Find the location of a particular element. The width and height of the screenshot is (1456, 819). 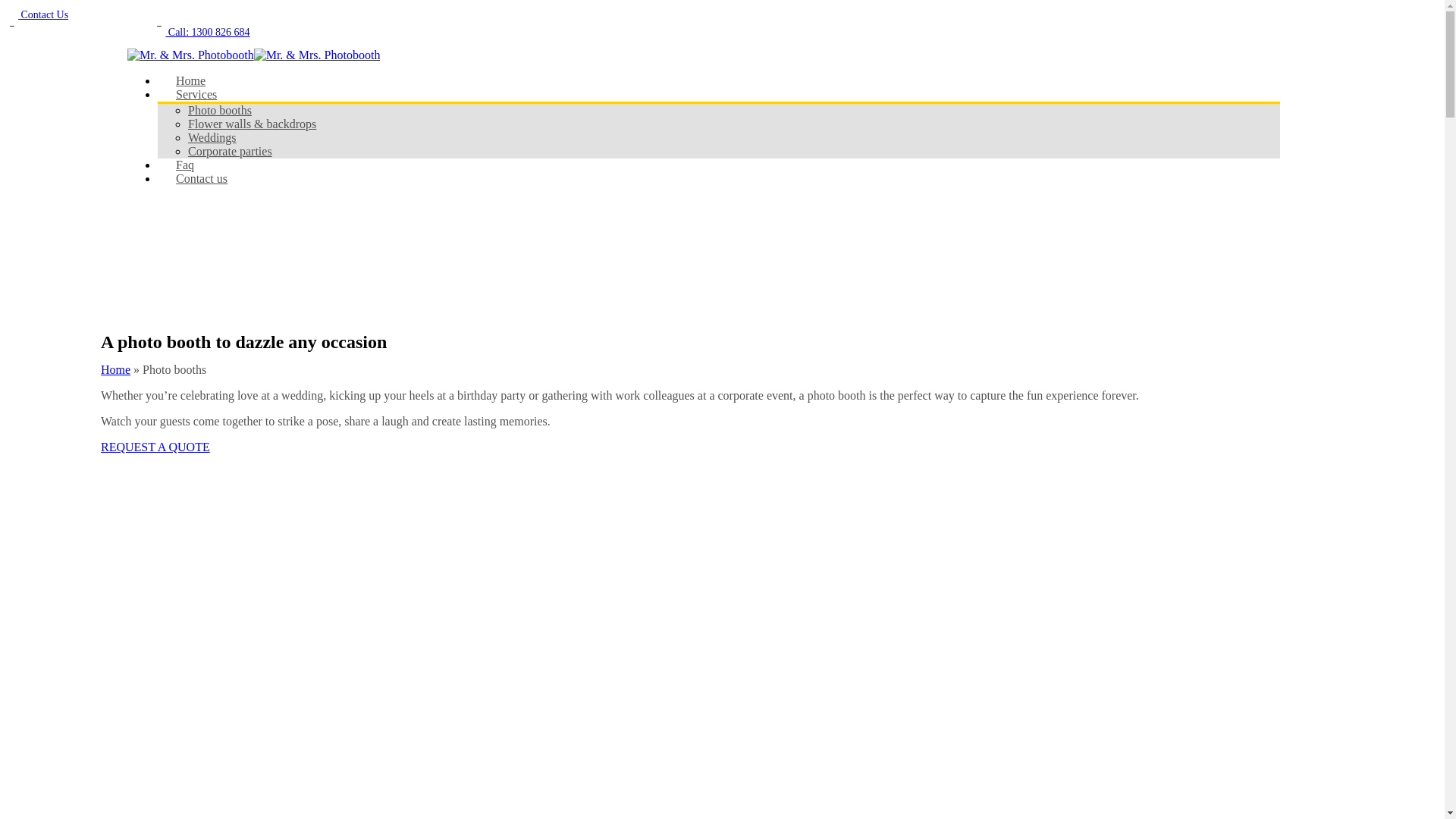

'Home' is located at coordinates (190, 80).